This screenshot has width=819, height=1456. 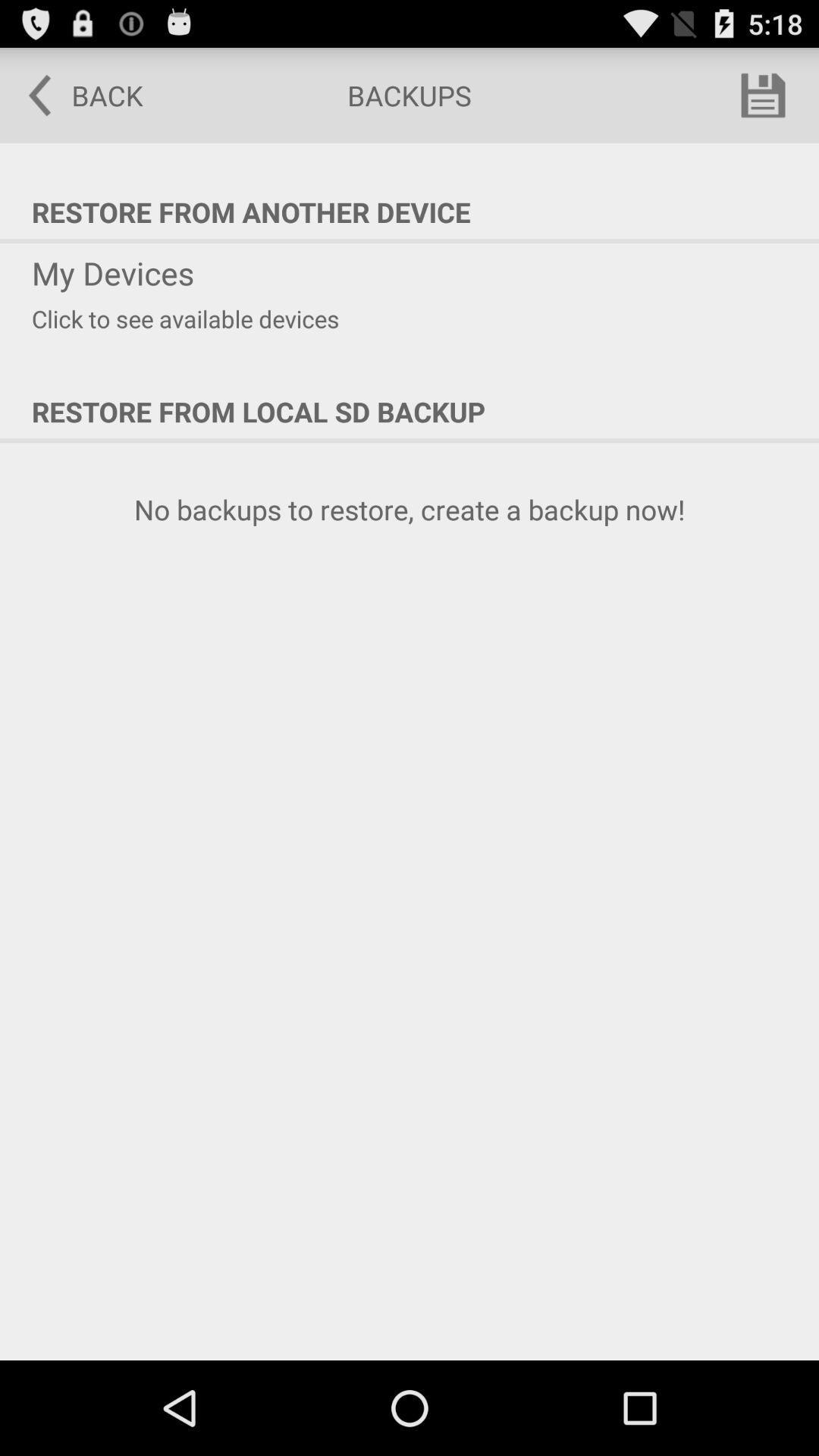 What do you see at coordinates (75, 94) in the screenshot?
I see `back` at bounding box center [75, 94].